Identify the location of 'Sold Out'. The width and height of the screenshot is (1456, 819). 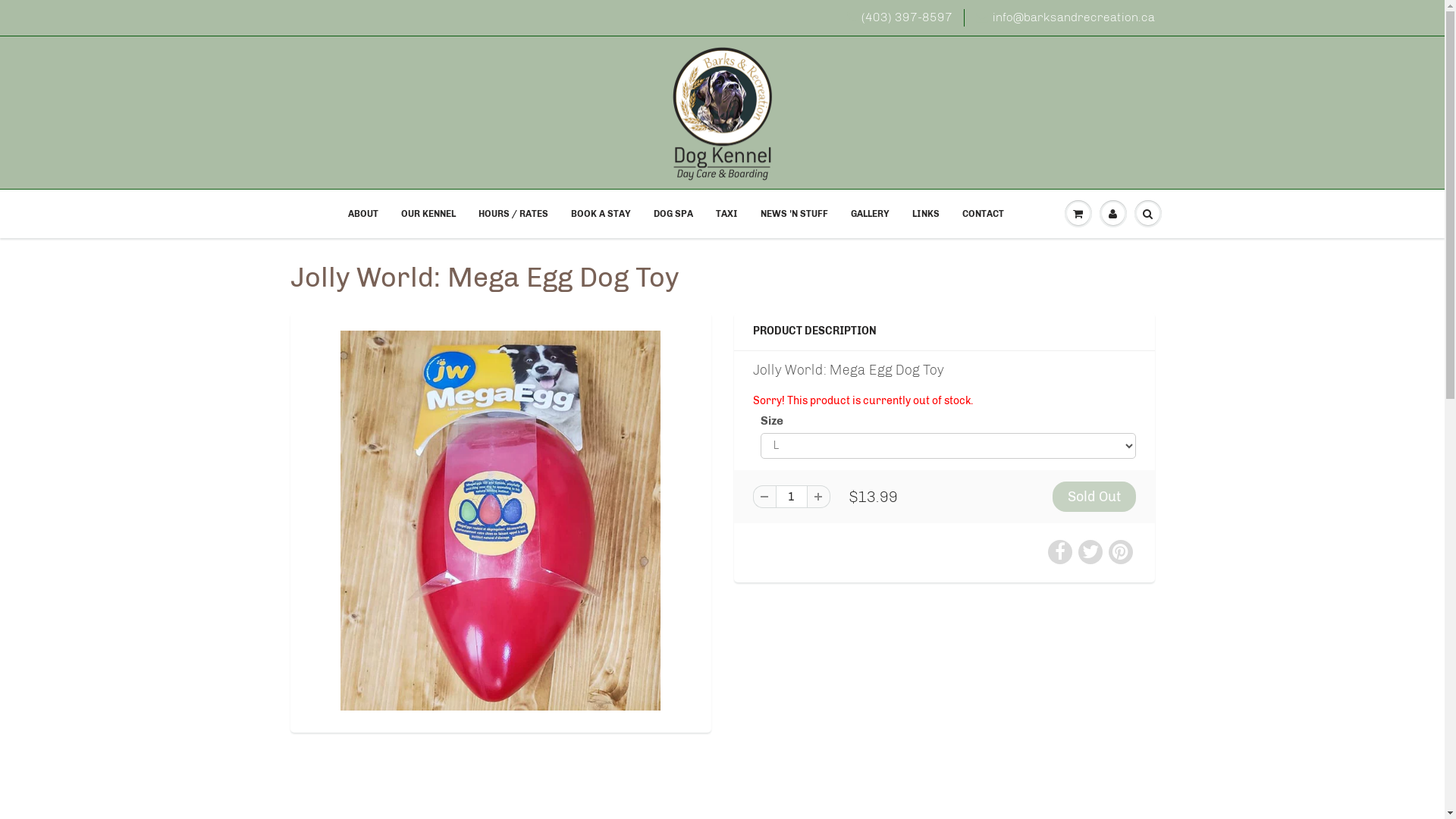
(1094, 497).